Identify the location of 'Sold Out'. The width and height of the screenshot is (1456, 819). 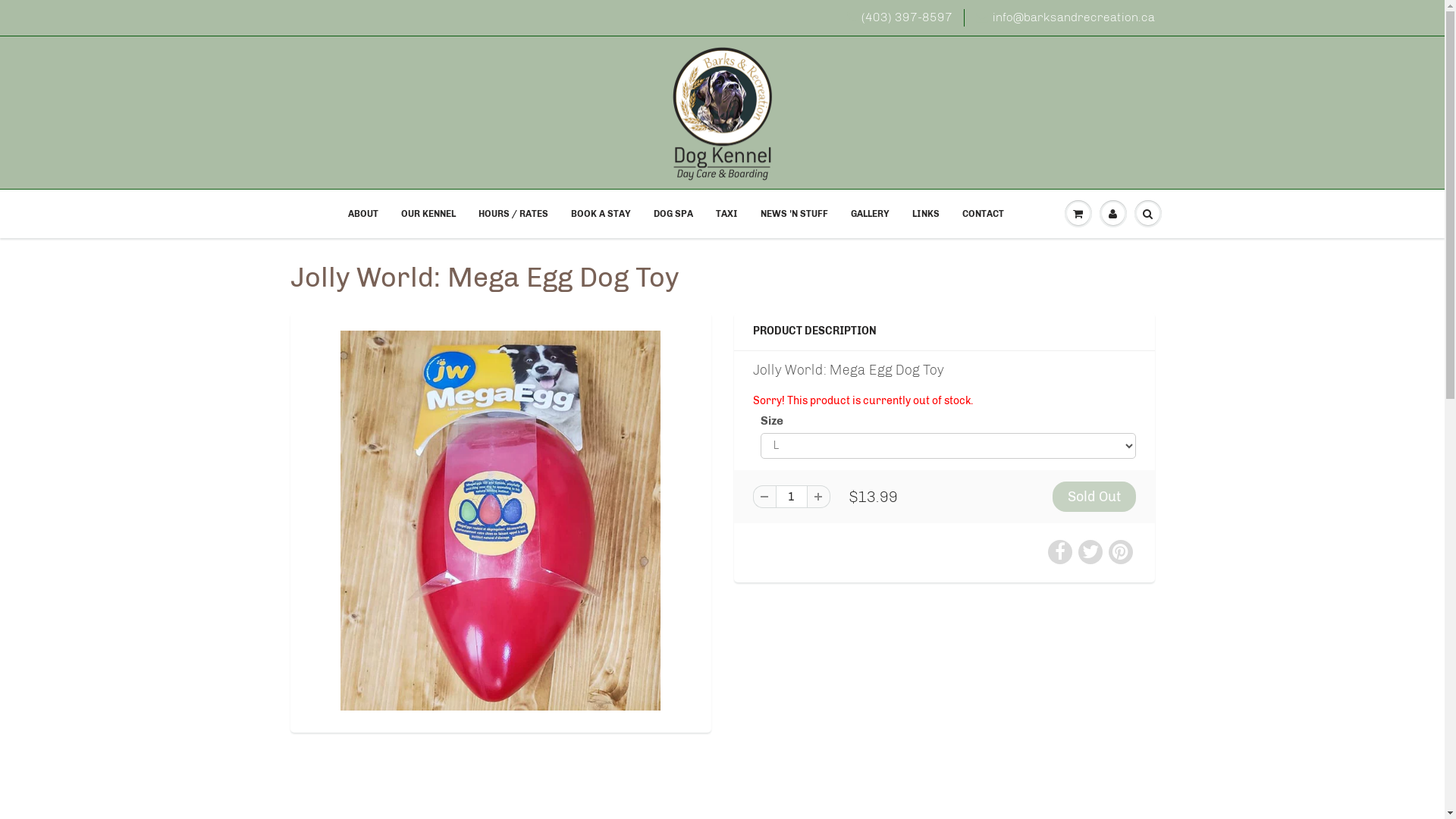
(1094, 497).